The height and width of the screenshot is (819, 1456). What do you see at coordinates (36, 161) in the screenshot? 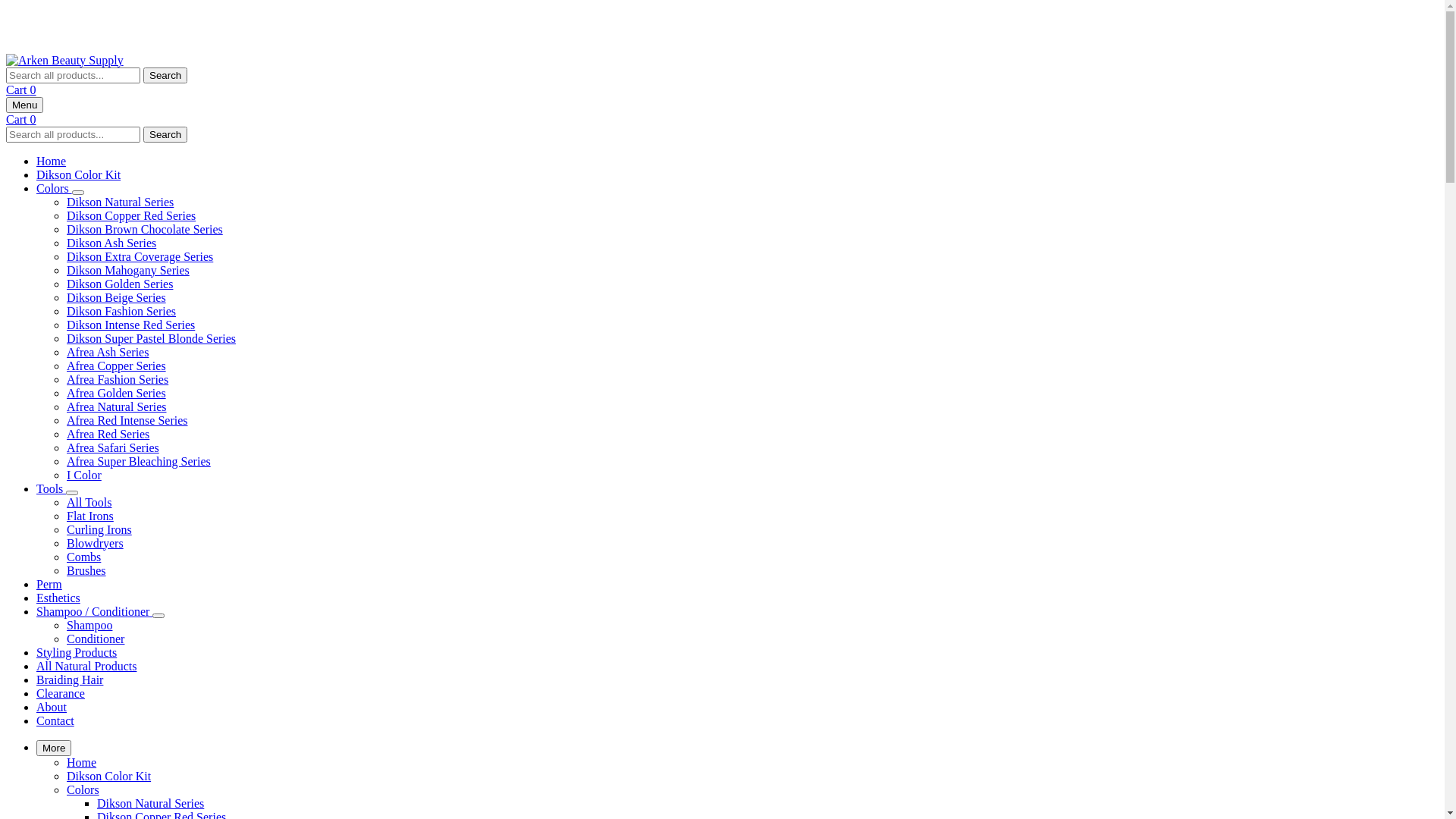
I see `'Home'` at bounding box center [36, 161].